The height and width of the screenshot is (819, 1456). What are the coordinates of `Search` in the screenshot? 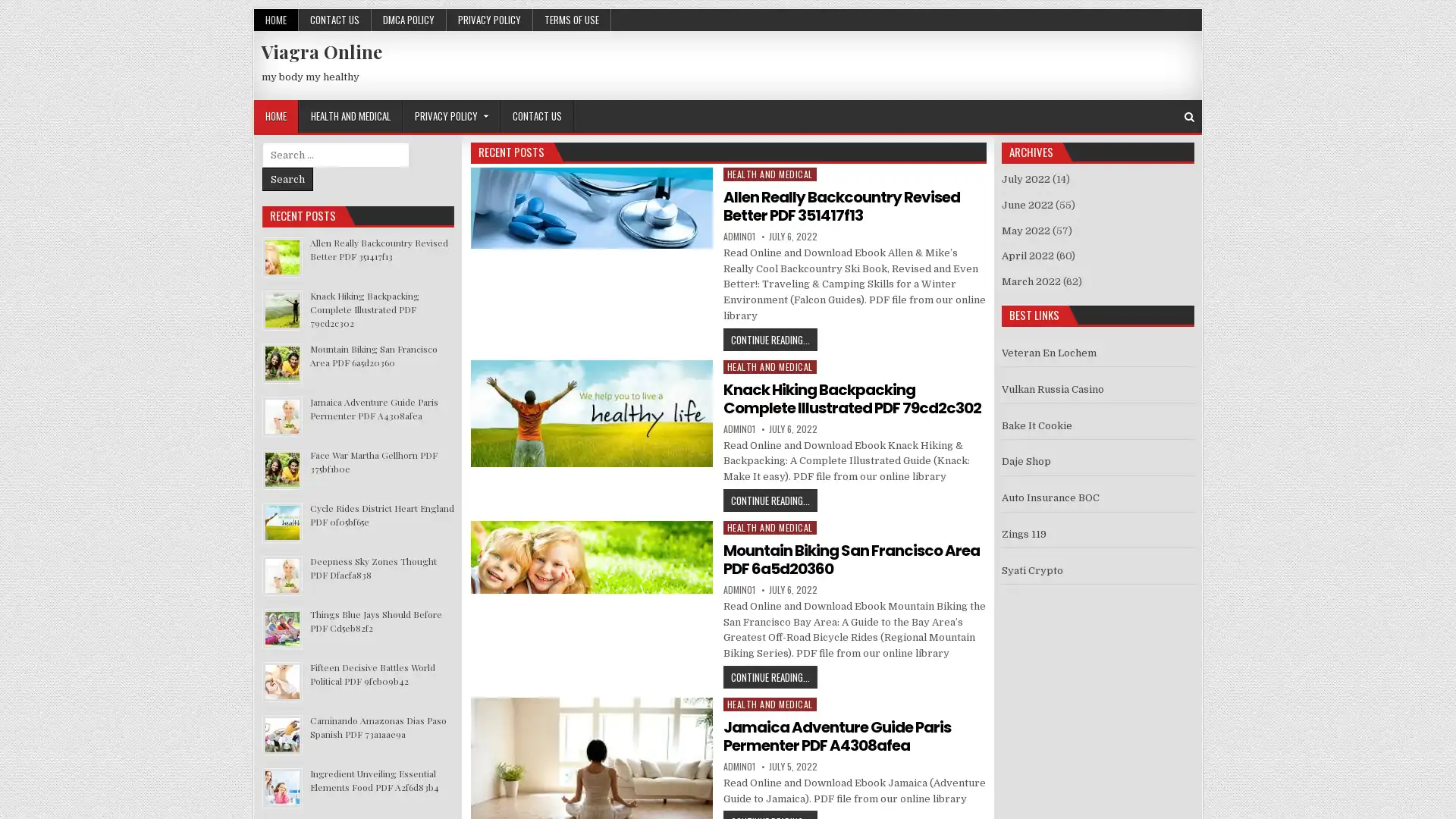 It's located at (287, 178).